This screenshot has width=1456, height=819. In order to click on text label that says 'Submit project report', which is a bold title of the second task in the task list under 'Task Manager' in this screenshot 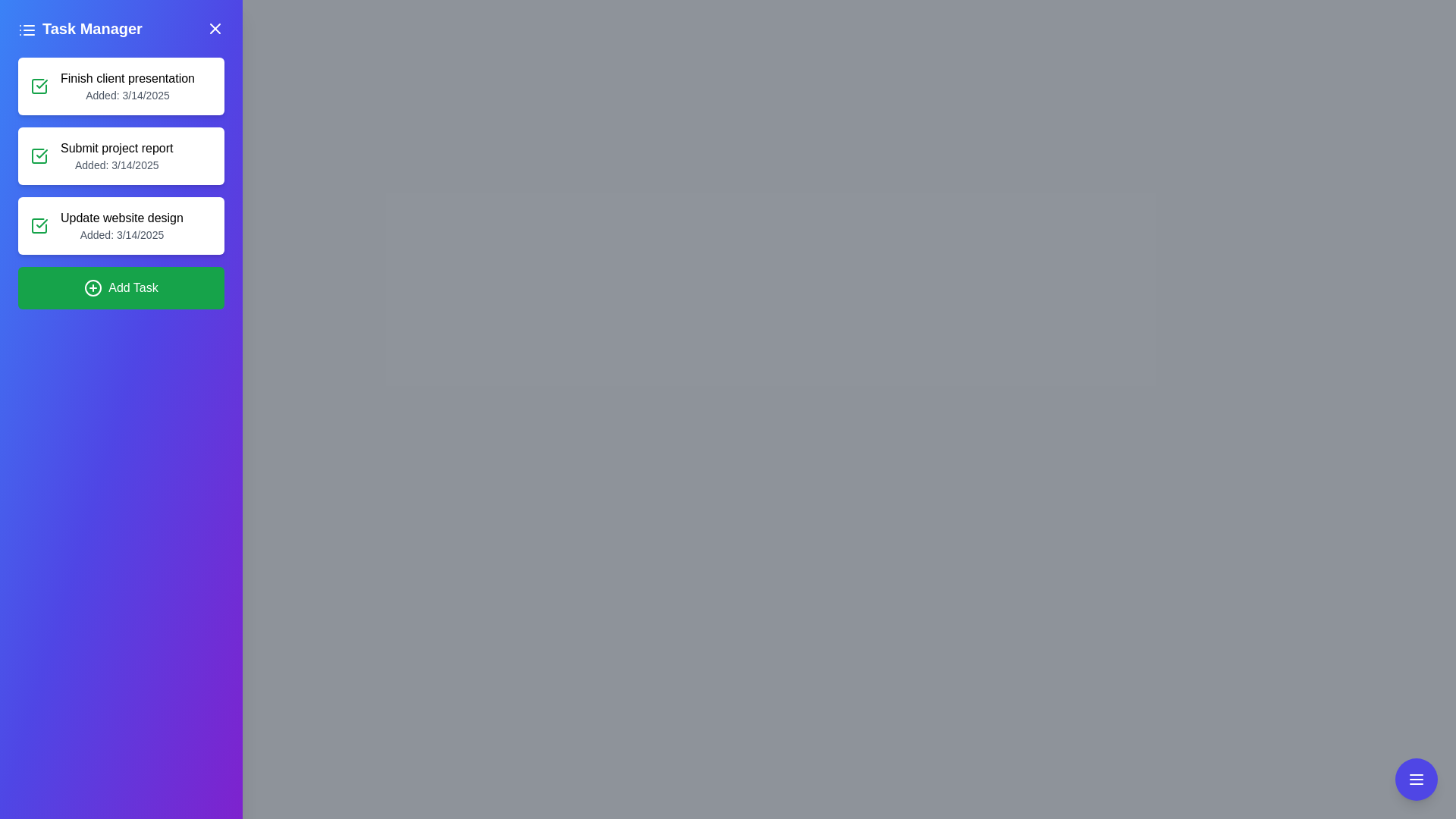, I will do `click(116, 149)`.